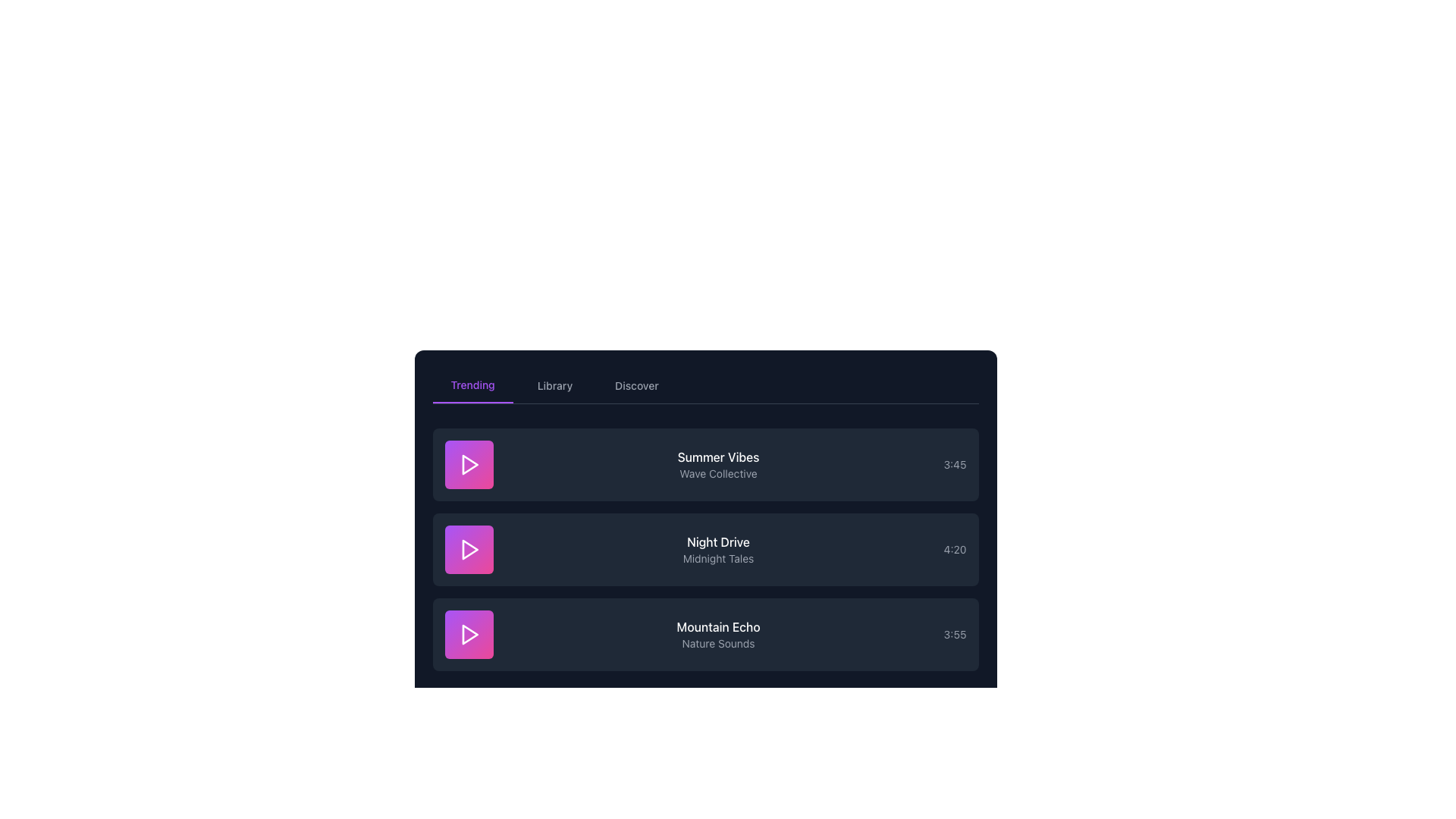 Image resolution: width=1456 pixels, height=819 pixels. Describe the element at coordinates (468, 464) in the screenshot. I see `the play button located in the top-left corner of the 'Summer Vibes' list item in the 'Trending' tab to initiate playback of the audio or video track` at that location.